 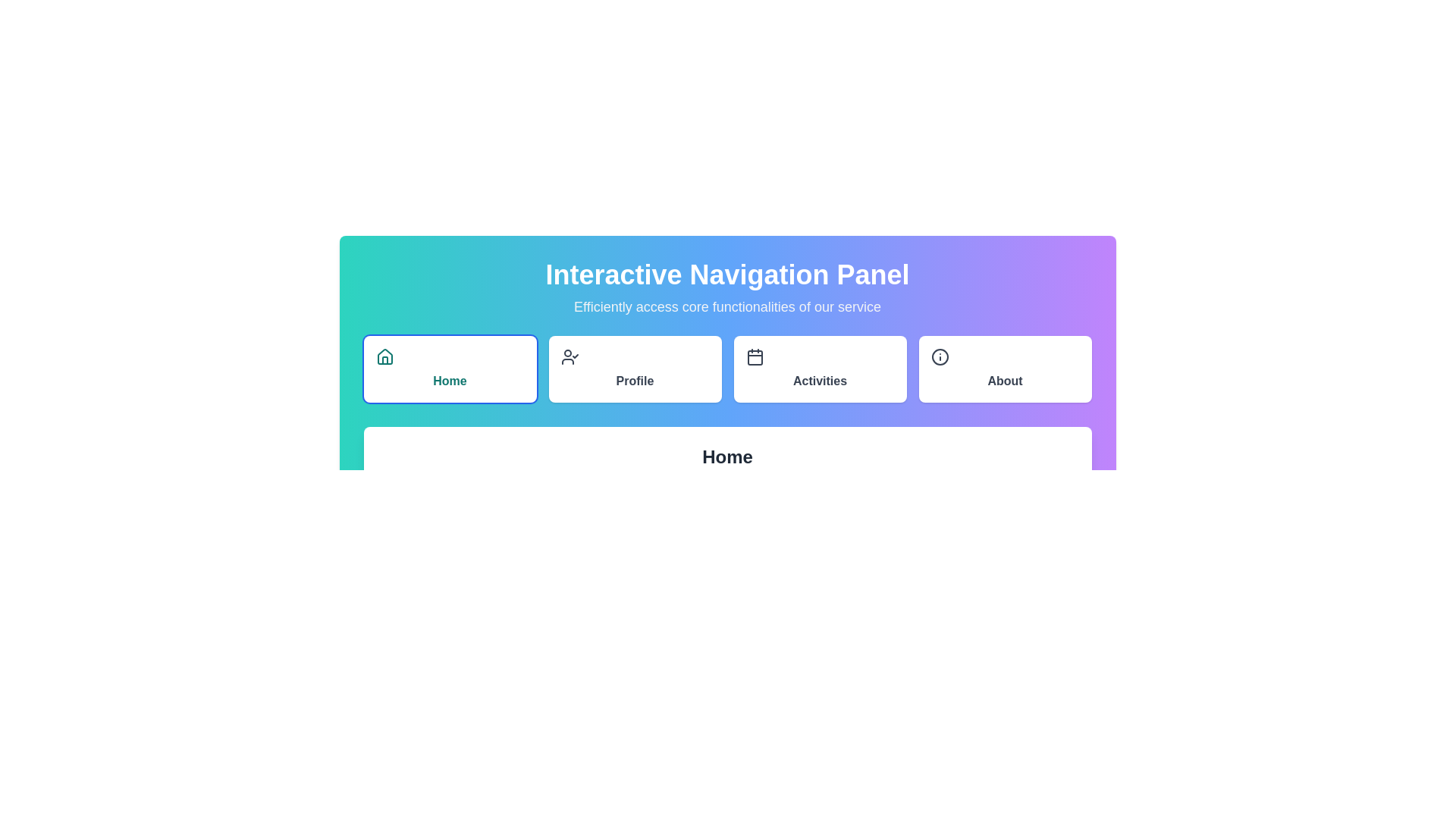 I want to click on the profile management icon located within the 'Profile' button, the second option in the horizontal navigation bar, so click(x=569, y=356).